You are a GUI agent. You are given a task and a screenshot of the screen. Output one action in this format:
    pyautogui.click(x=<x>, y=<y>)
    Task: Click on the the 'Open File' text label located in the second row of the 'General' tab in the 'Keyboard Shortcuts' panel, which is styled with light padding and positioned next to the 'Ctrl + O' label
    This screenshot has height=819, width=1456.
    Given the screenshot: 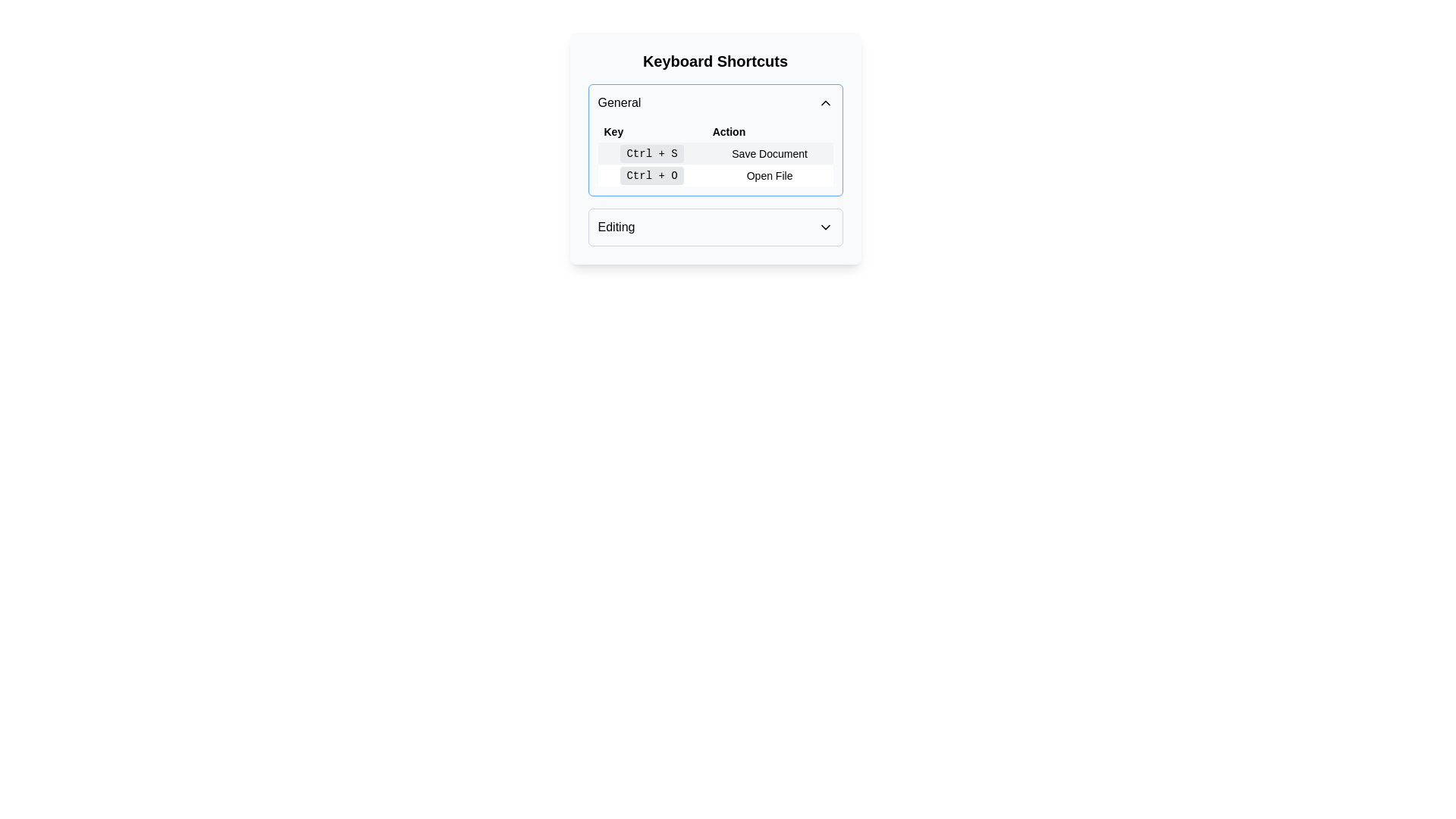 What is the action you would take?
    pyautogui.click(x=770, y=174)
    